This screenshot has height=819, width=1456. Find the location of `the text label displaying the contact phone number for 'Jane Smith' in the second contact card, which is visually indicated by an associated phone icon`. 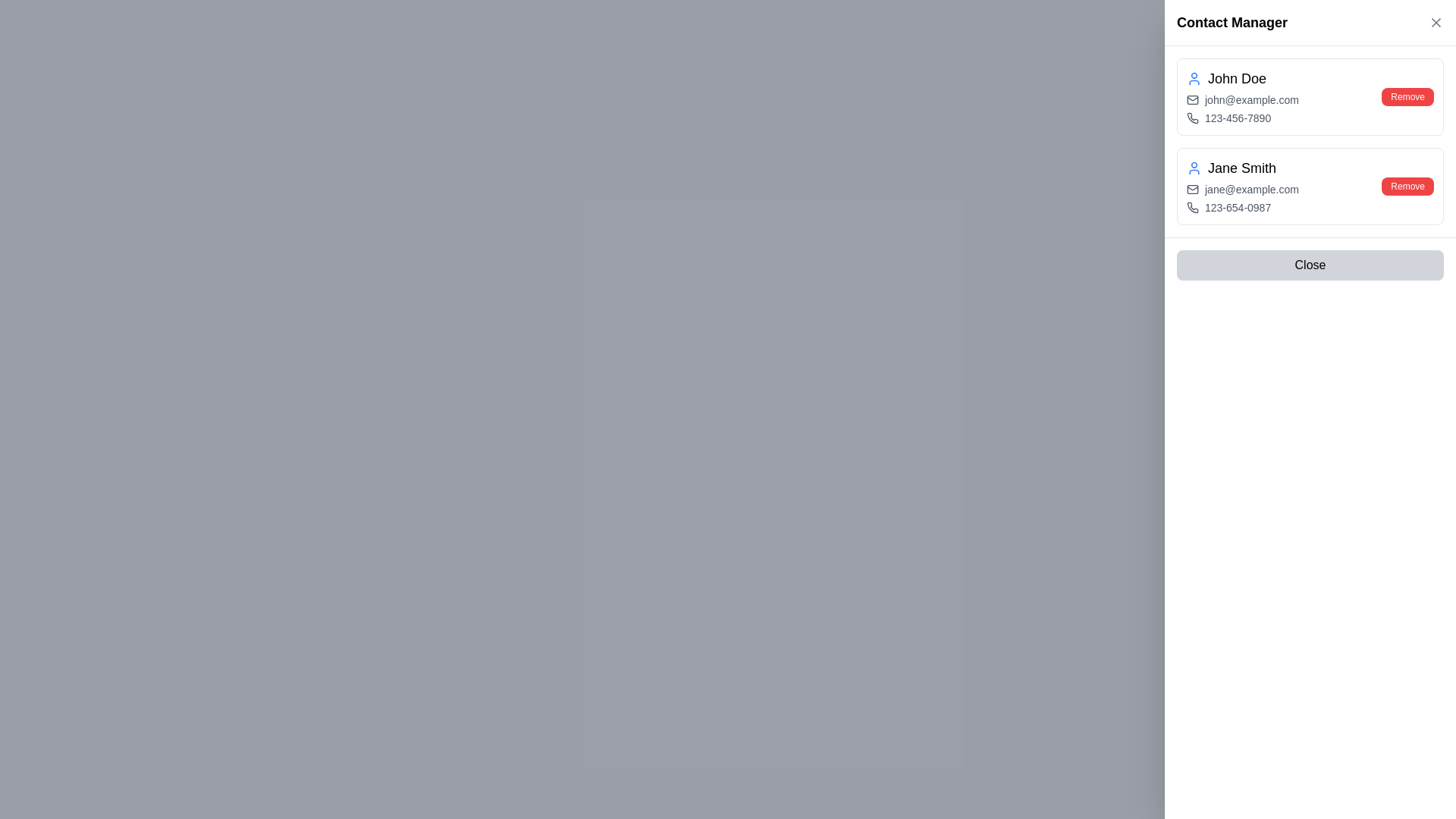

the text label displaying the contact phone number for 'Jane Smith' in the second contact card, which is visually indicated by an associated phone icon is located at coordinates (1242, 207).